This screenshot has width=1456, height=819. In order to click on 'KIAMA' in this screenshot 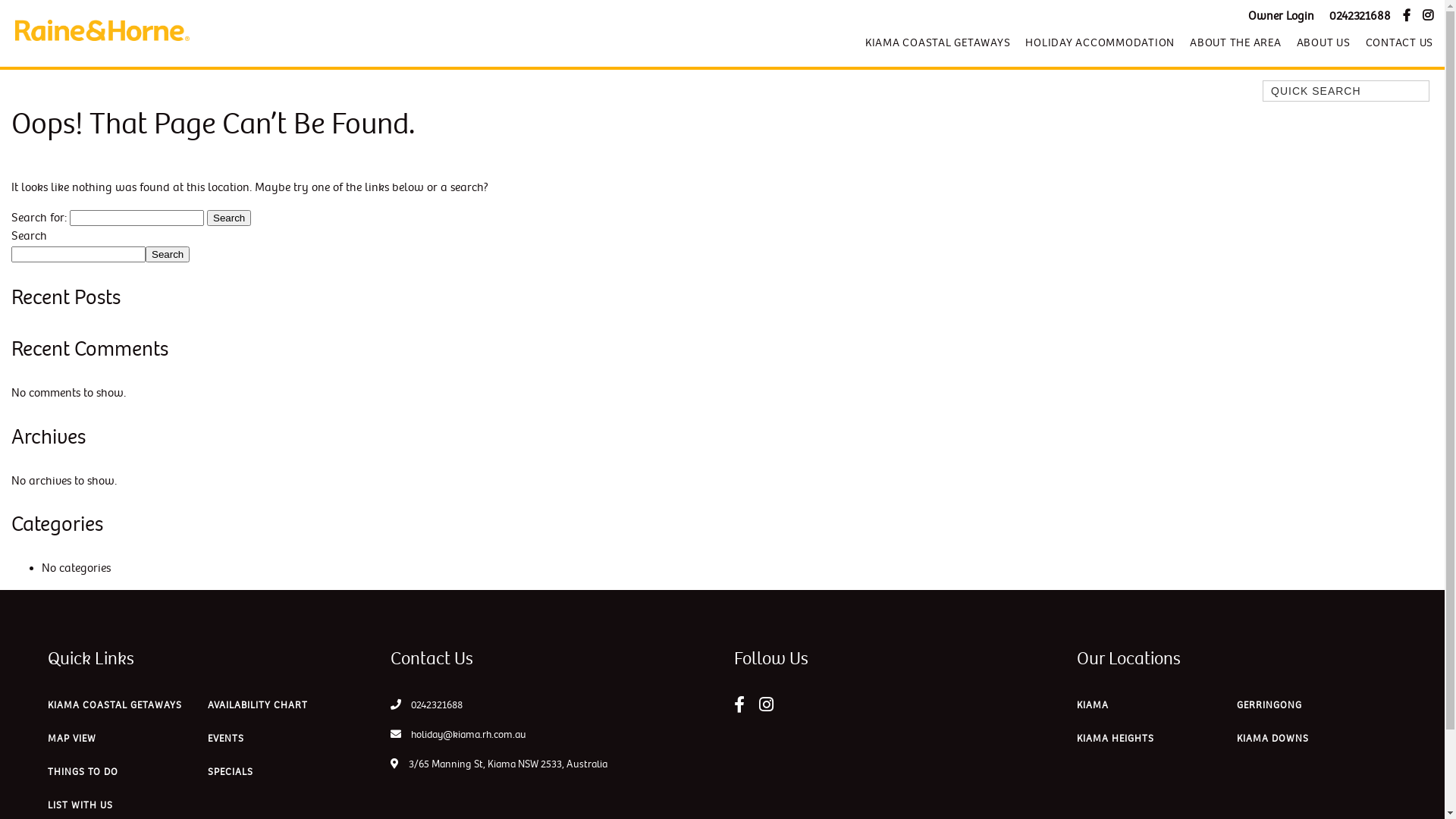, I will do `click(1092, 708)`.